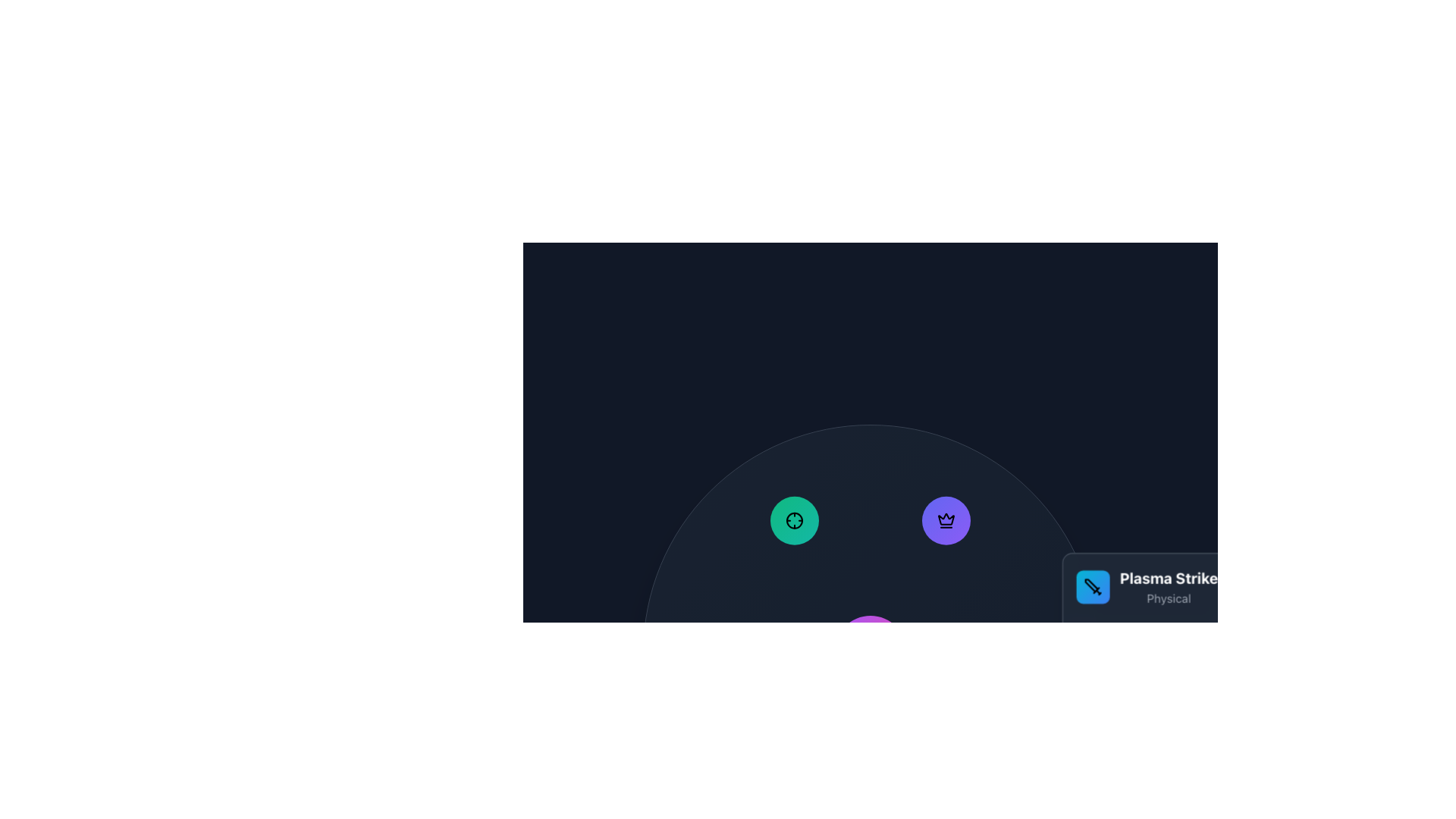 This screenshot has height=819, width=1456. What do you see at coordinates (1093, 586) in the screenshot?
I see `the square-shaped button with rounded edges displaying a sword icon, located to the left of the 'Plasma Strike' and 'Physical' text components` at bounding box center [1093, 586].